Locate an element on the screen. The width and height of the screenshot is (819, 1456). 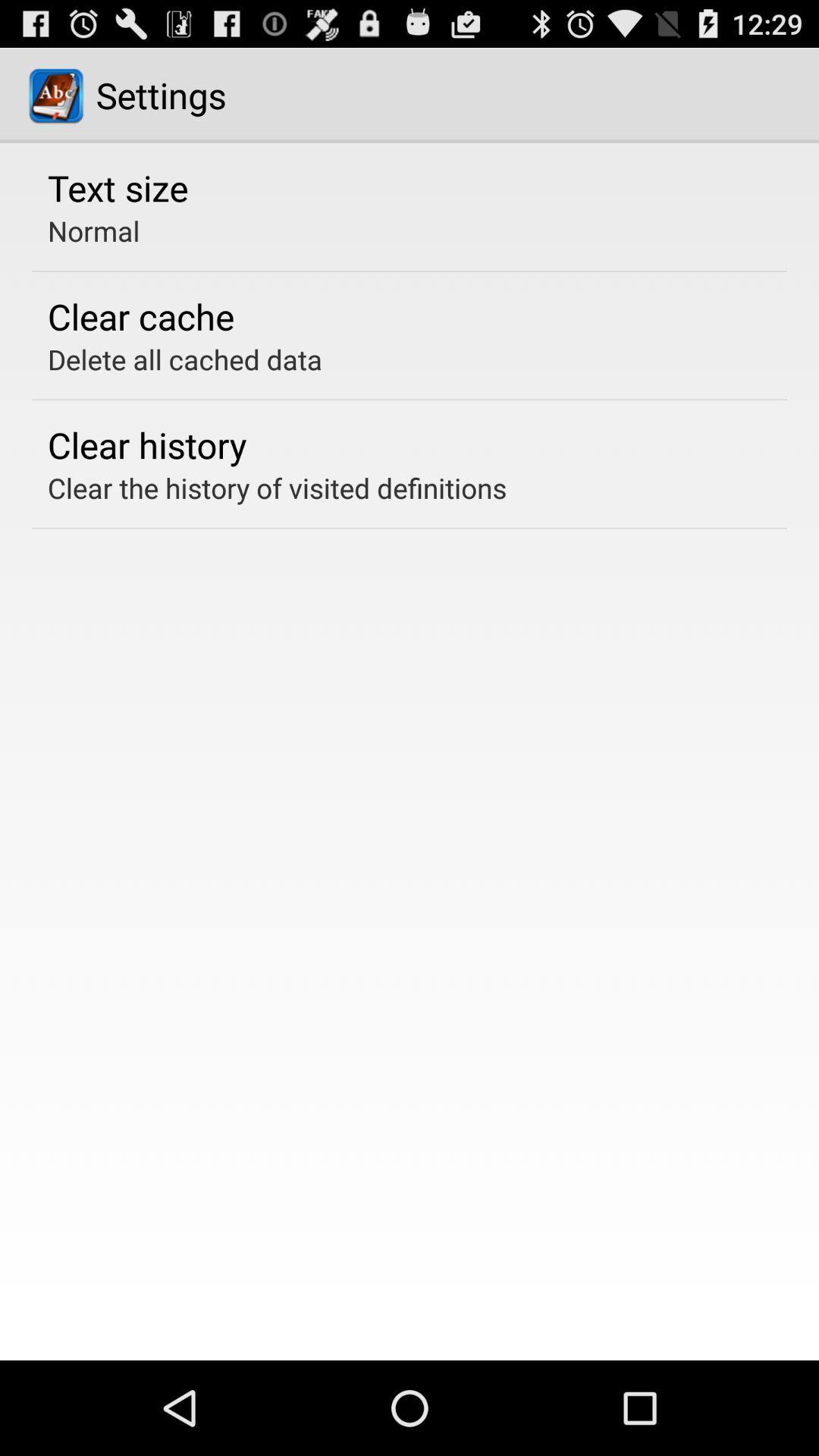
app above the normal is located at coordinates (117, 187).